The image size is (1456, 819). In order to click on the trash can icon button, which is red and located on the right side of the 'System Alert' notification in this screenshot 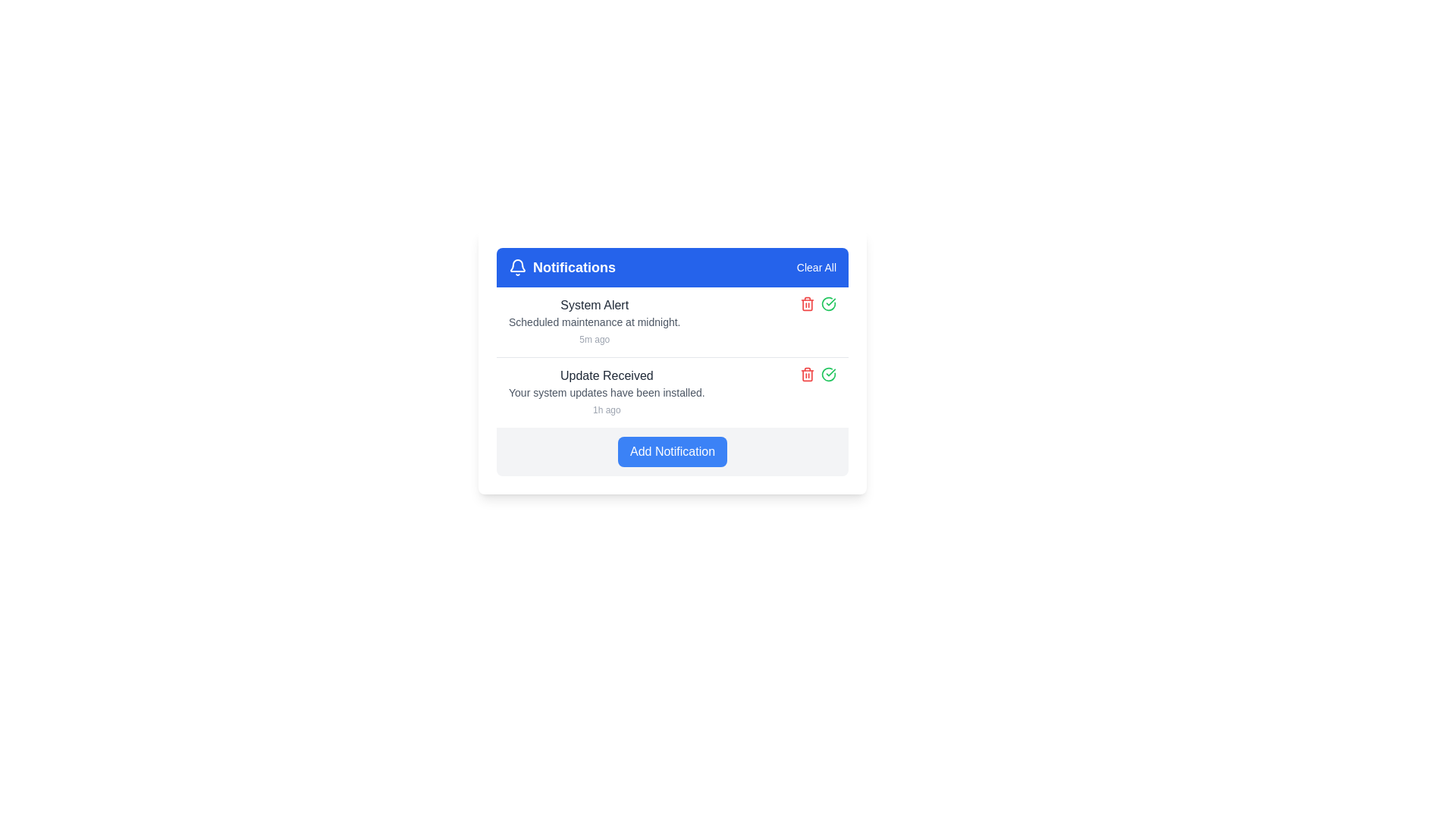, I will do `click(807, 374)`.